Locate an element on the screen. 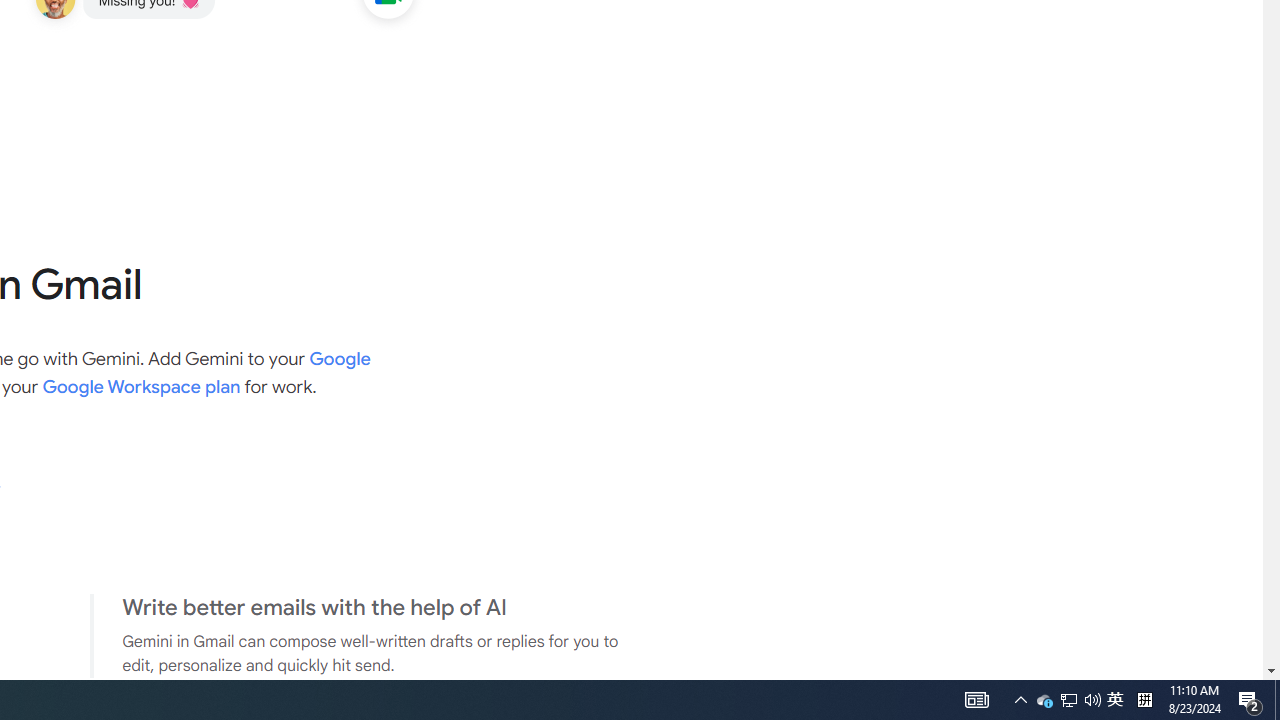  'User Promoted Notification Area' is located at coordinates (1044, 698).